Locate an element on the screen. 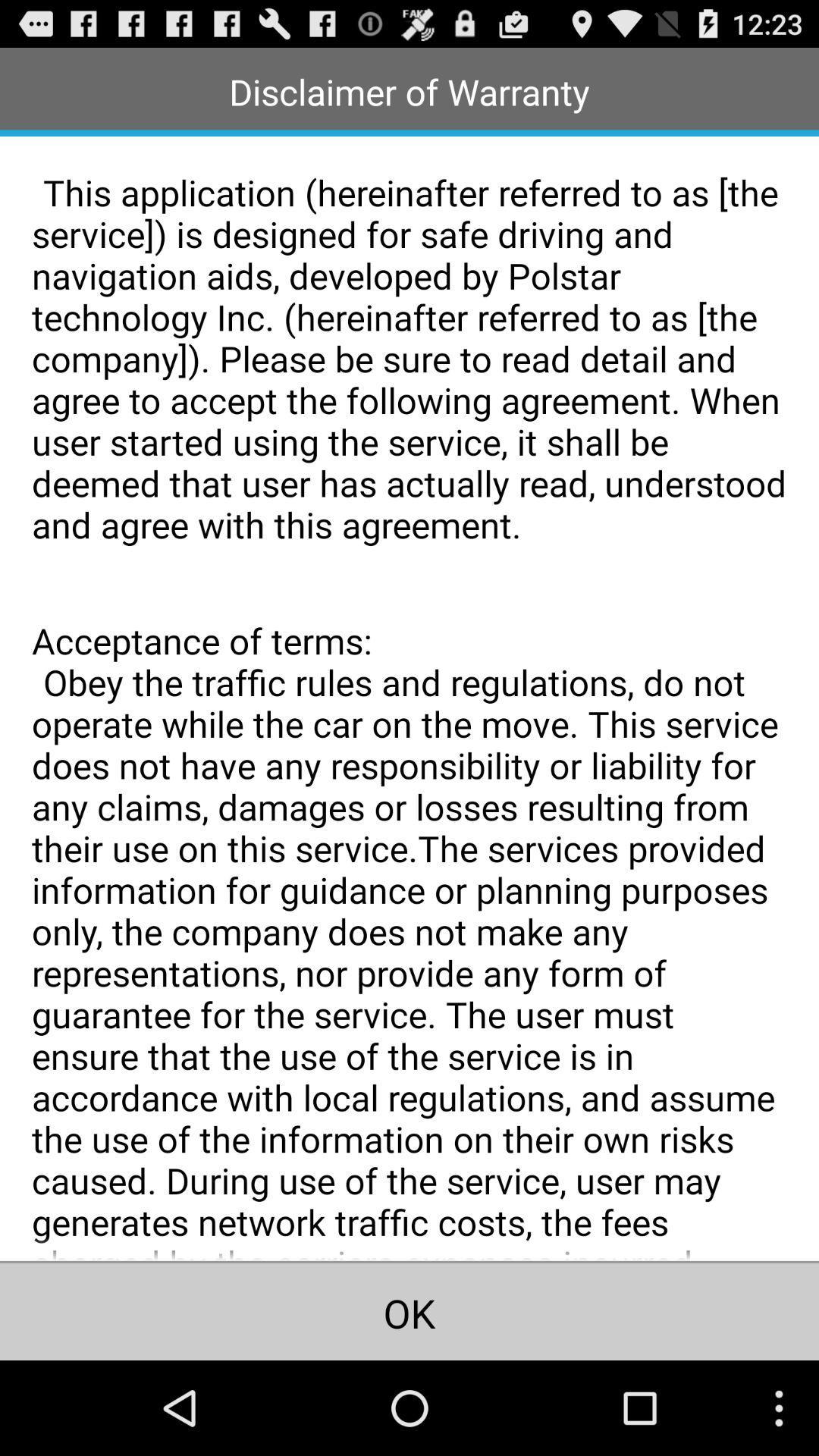 This screenshot has height=1456, width=819. ok item is located at coordinates (409, 1310).